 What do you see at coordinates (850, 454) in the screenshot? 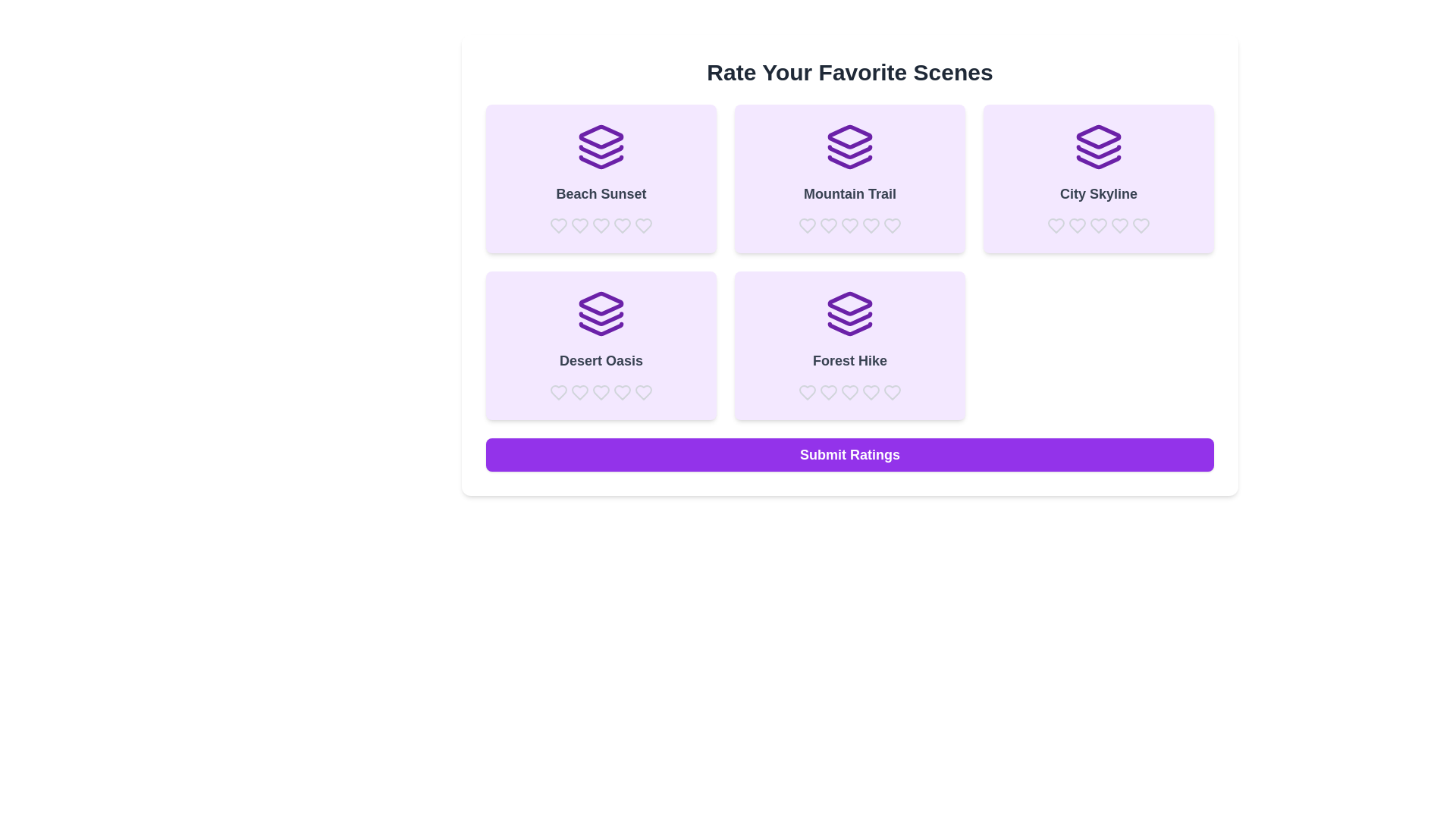
I see `'Submit Ratings' button to submit the ratings` at bounding box center [850, 454].